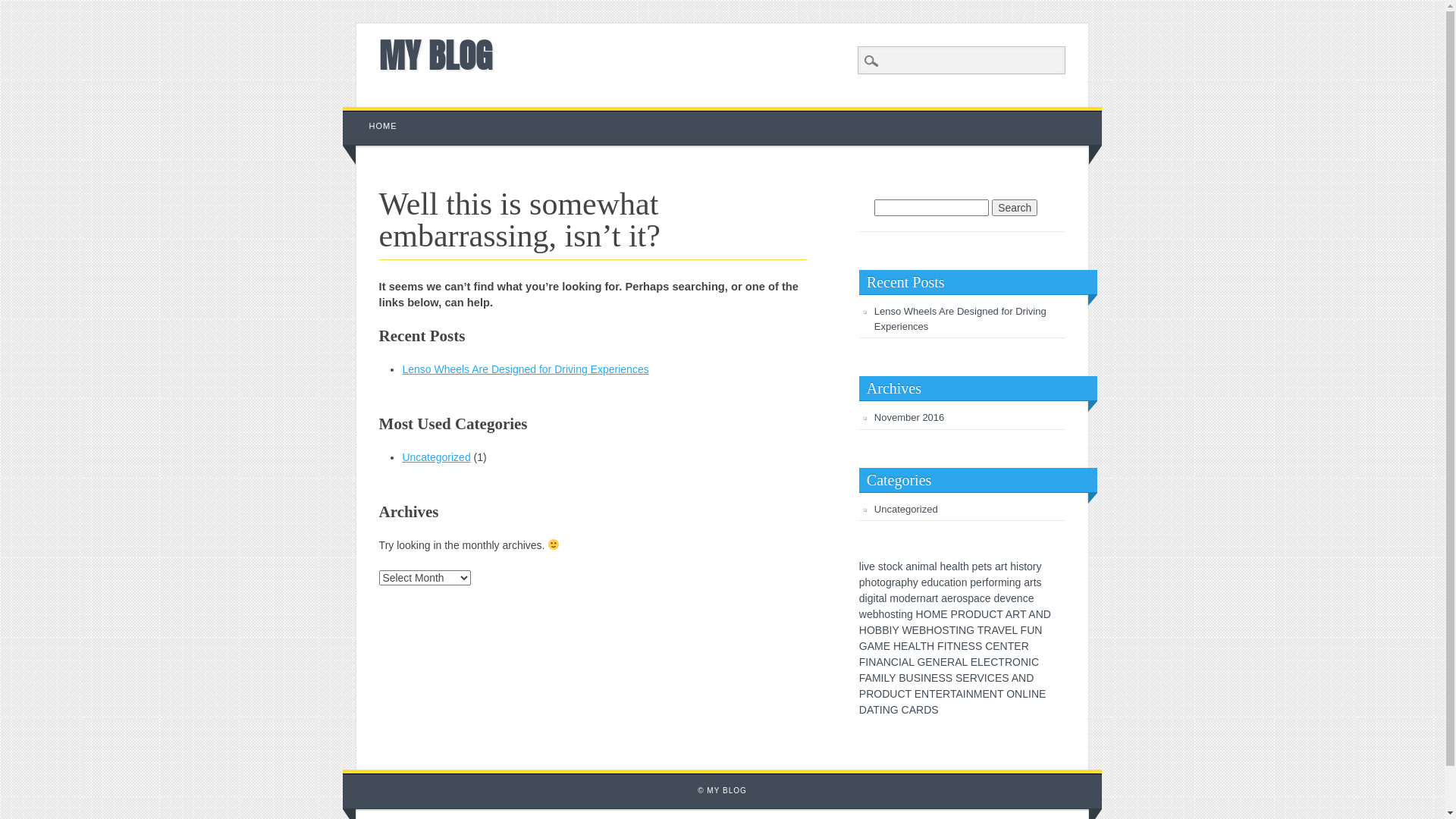 This screenshot has width=1456, height=819. Describe the element at coordinates (905, 693) in the screenshot. I see `'T'` at that location.